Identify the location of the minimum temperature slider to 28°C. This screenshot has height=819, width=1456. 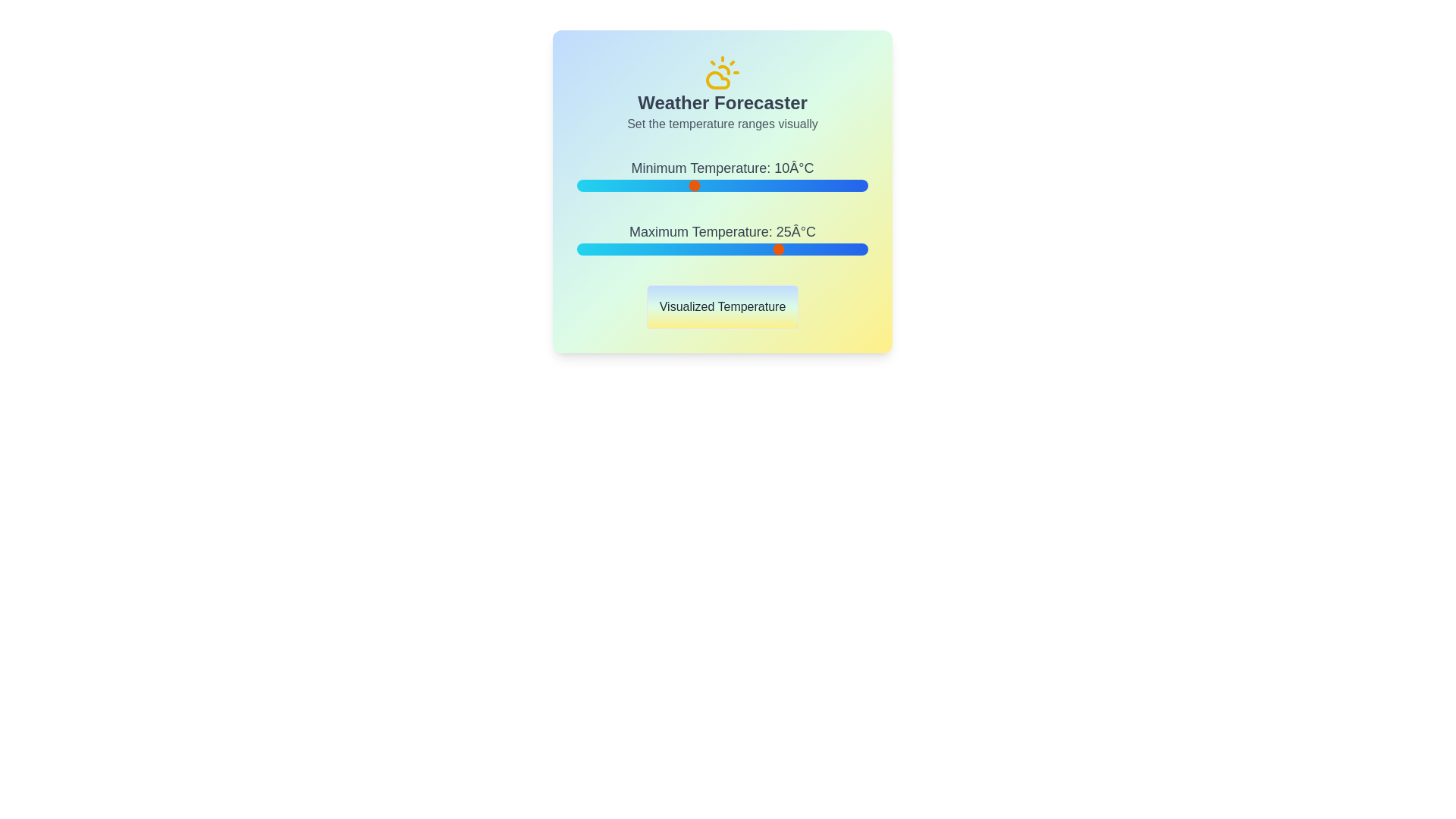
(797, 185).